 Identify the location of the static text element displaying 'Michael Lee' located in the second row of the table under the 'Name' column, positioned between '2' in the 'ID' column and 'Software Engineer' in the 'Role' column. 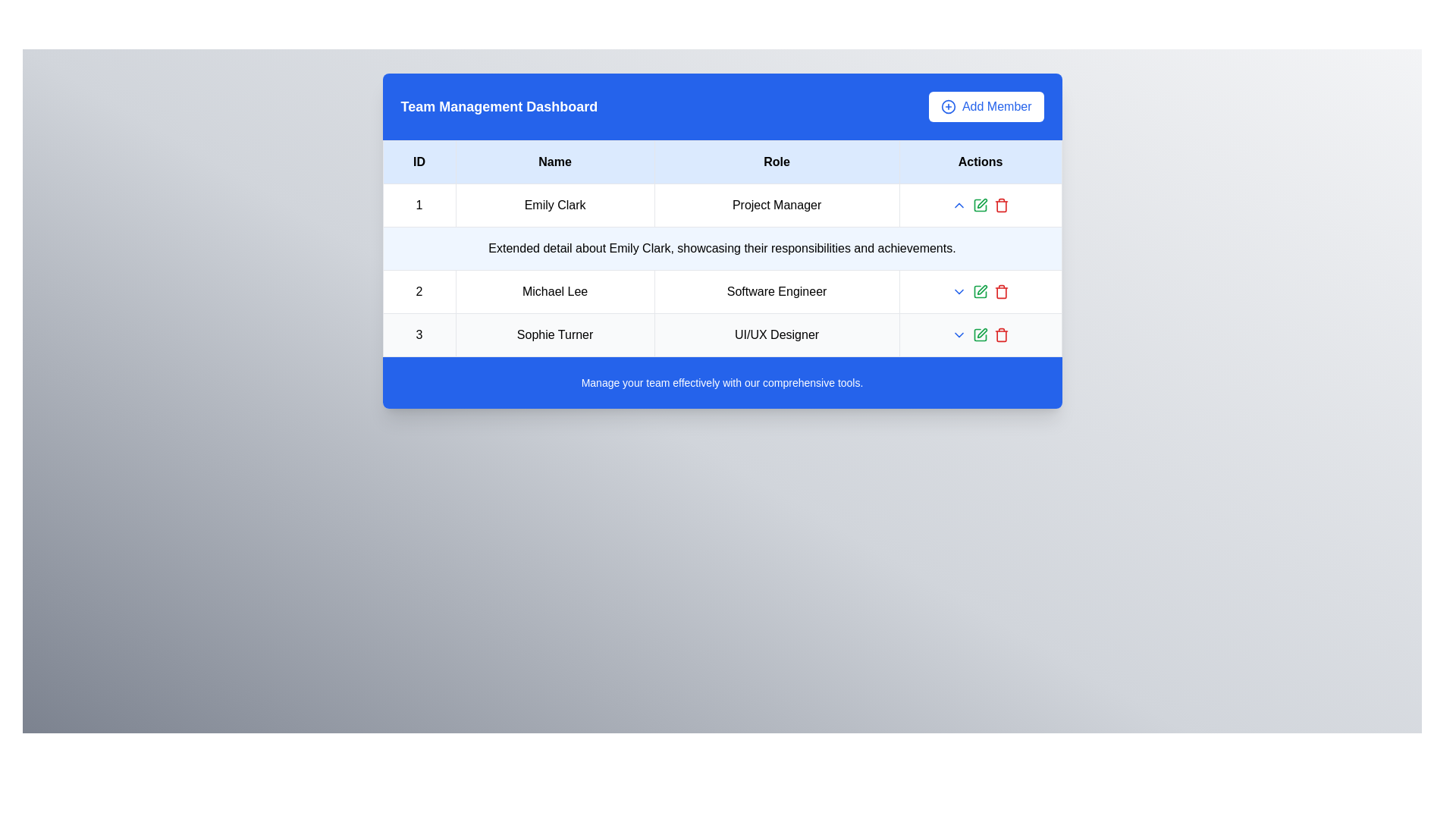
(554, 292).